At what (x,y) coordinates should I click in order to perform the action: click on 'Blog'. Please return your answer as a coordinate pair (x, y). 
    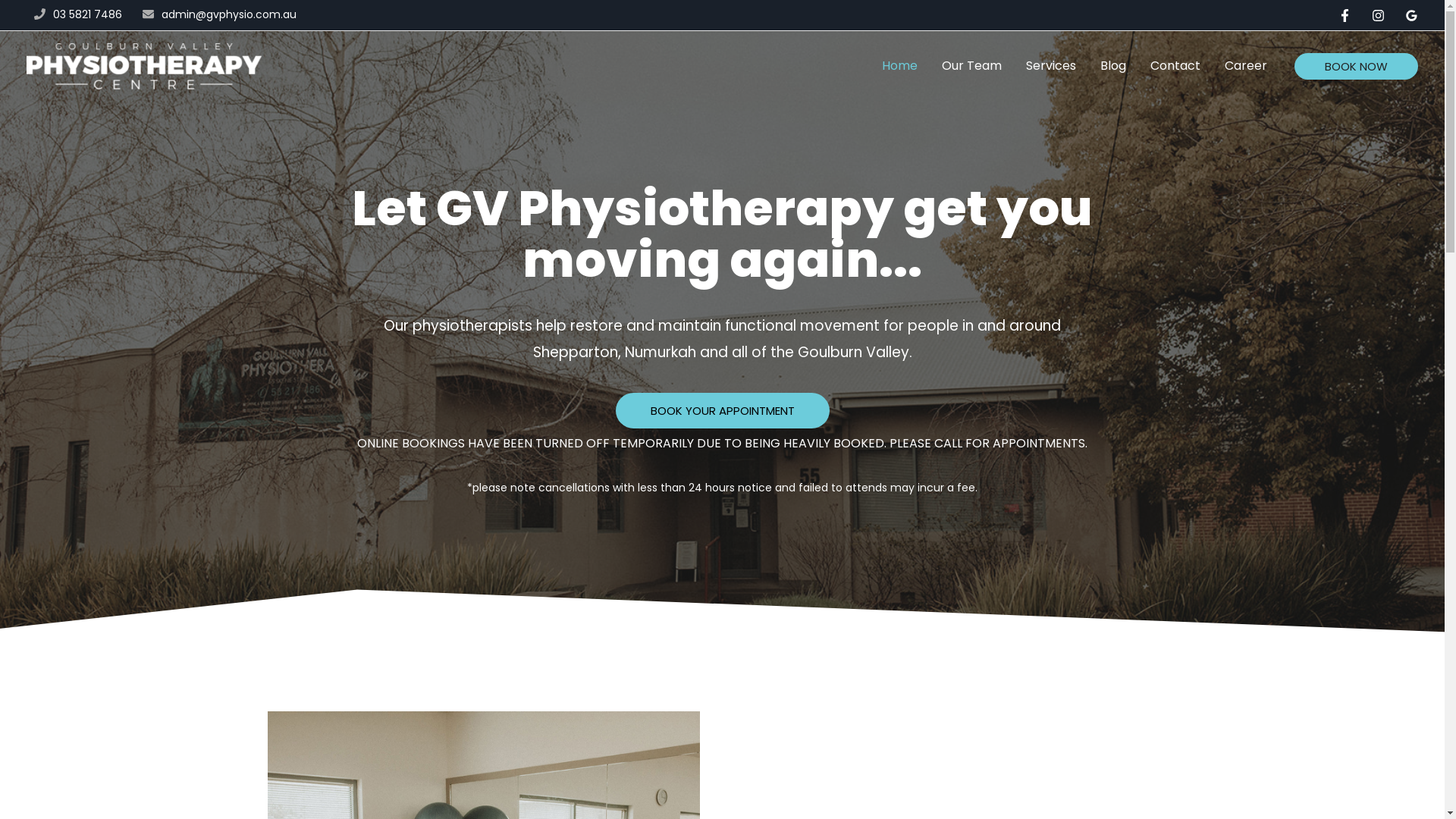
    Looking at the image, I should click on (1087, 65).